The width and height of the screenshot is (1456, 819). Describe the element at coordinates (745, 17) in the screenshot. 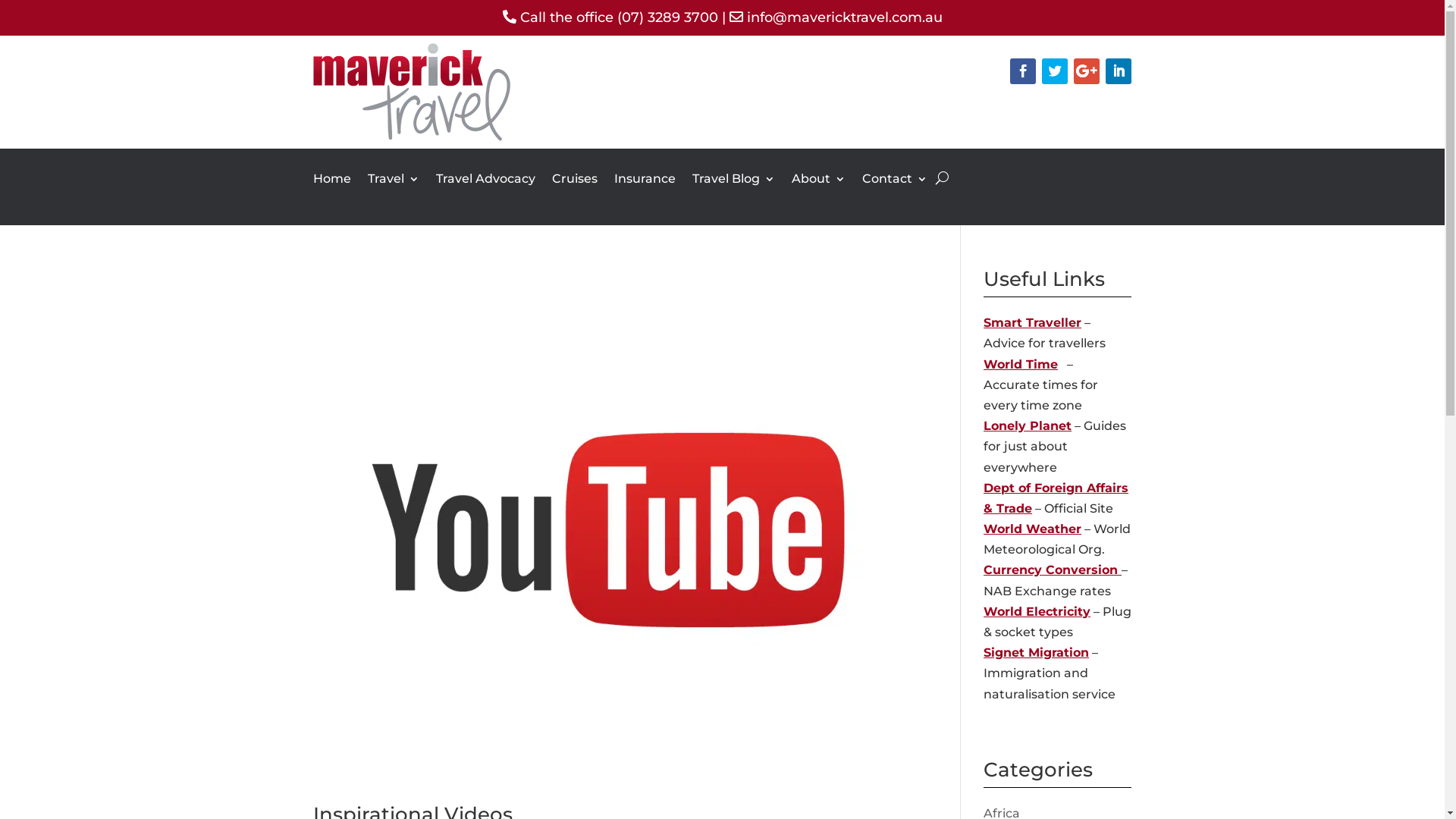

I see `'info@mavericktravel.com.au'` at that location.